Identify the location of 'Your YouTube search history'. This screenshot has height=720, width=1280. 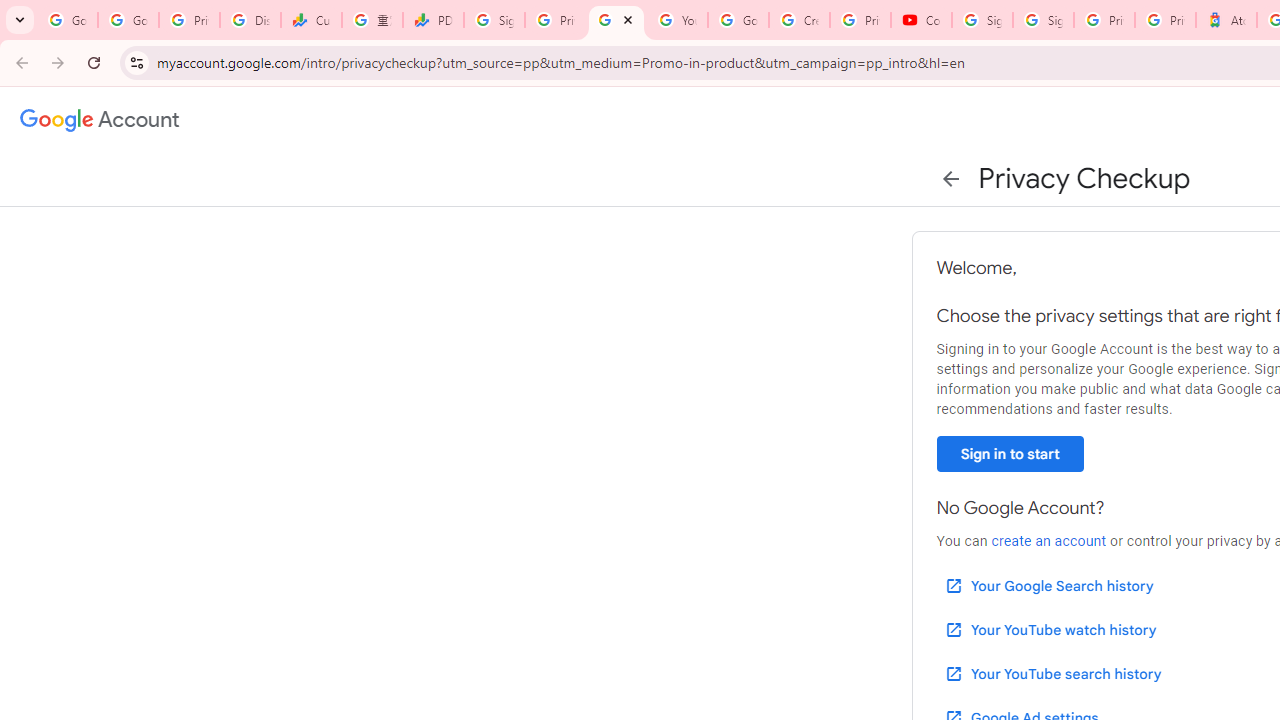
(1051, 673).